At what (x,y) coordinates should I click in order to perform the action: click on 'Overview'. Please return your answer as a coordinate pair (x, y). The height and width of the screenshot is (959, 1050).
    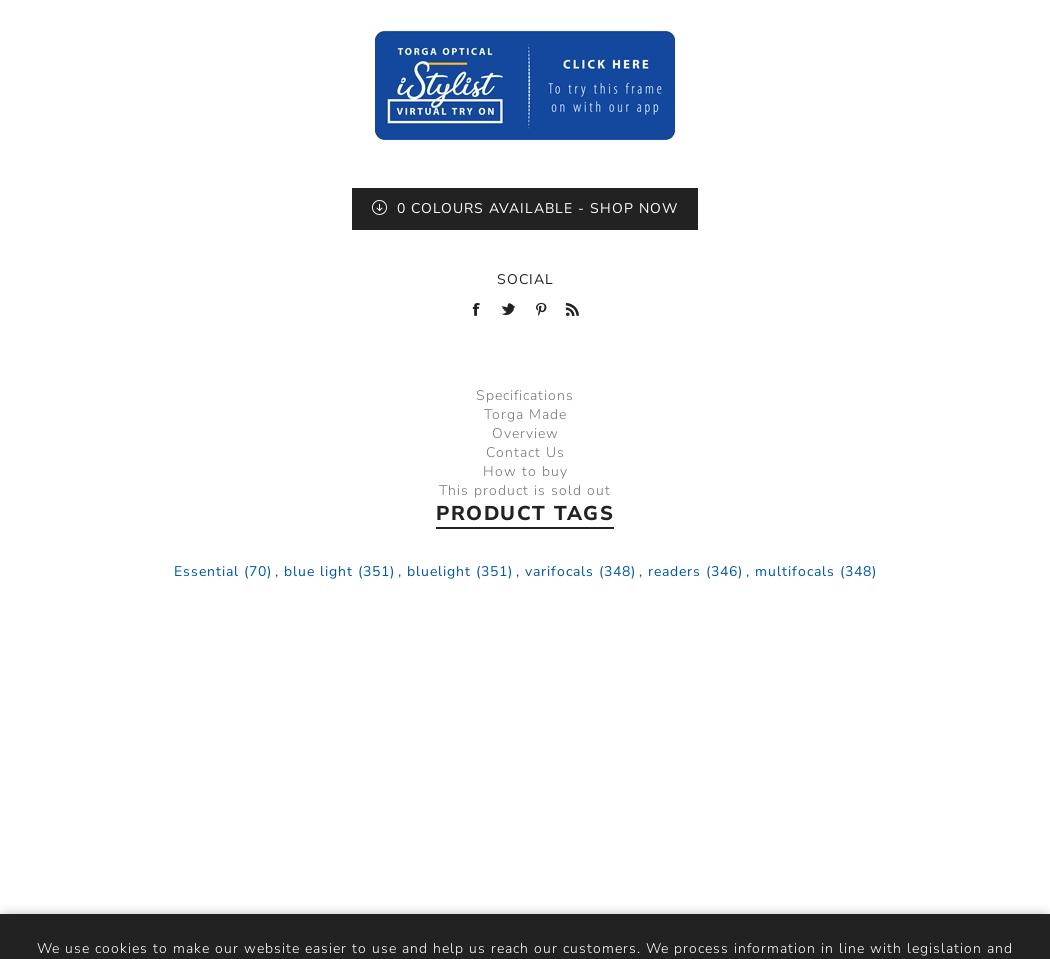
    Looking at the image, I should click on (523, 431).